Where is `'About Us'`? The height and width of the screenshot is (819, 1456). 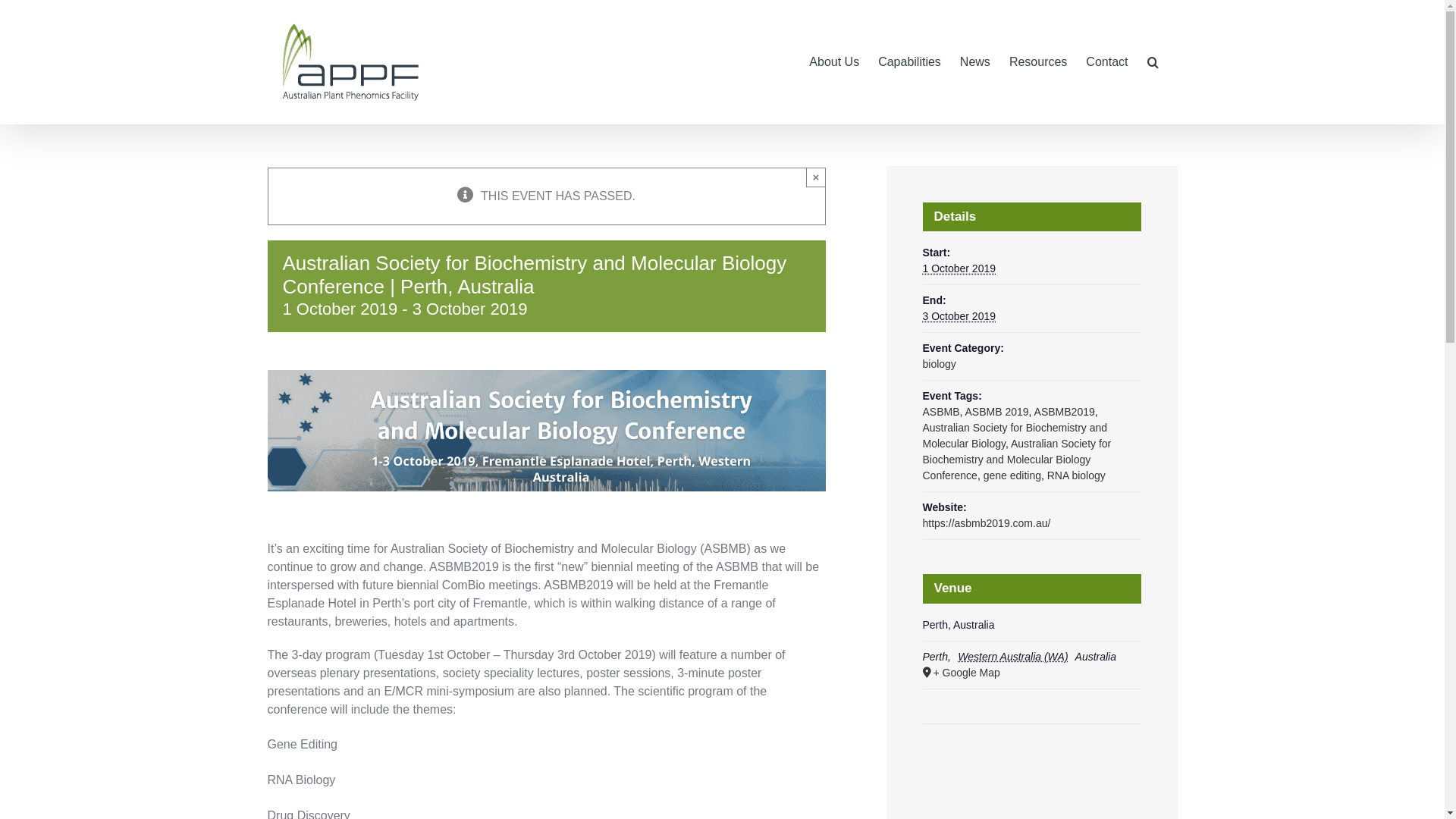 'About Us' is located at coordinates (833, 61).